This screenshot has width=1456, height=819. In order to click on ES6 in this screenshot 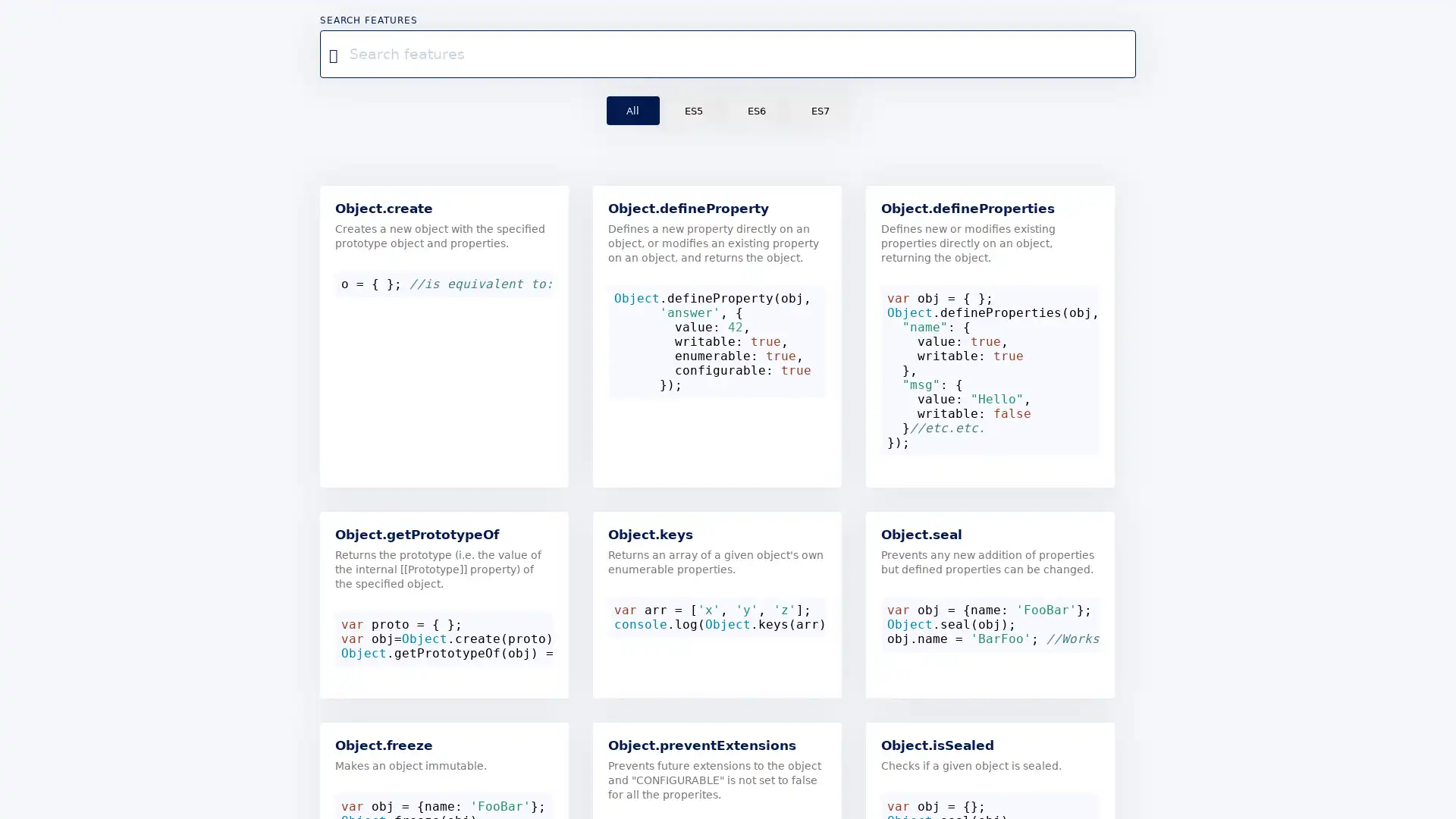, I will do `click(756, 109)`.